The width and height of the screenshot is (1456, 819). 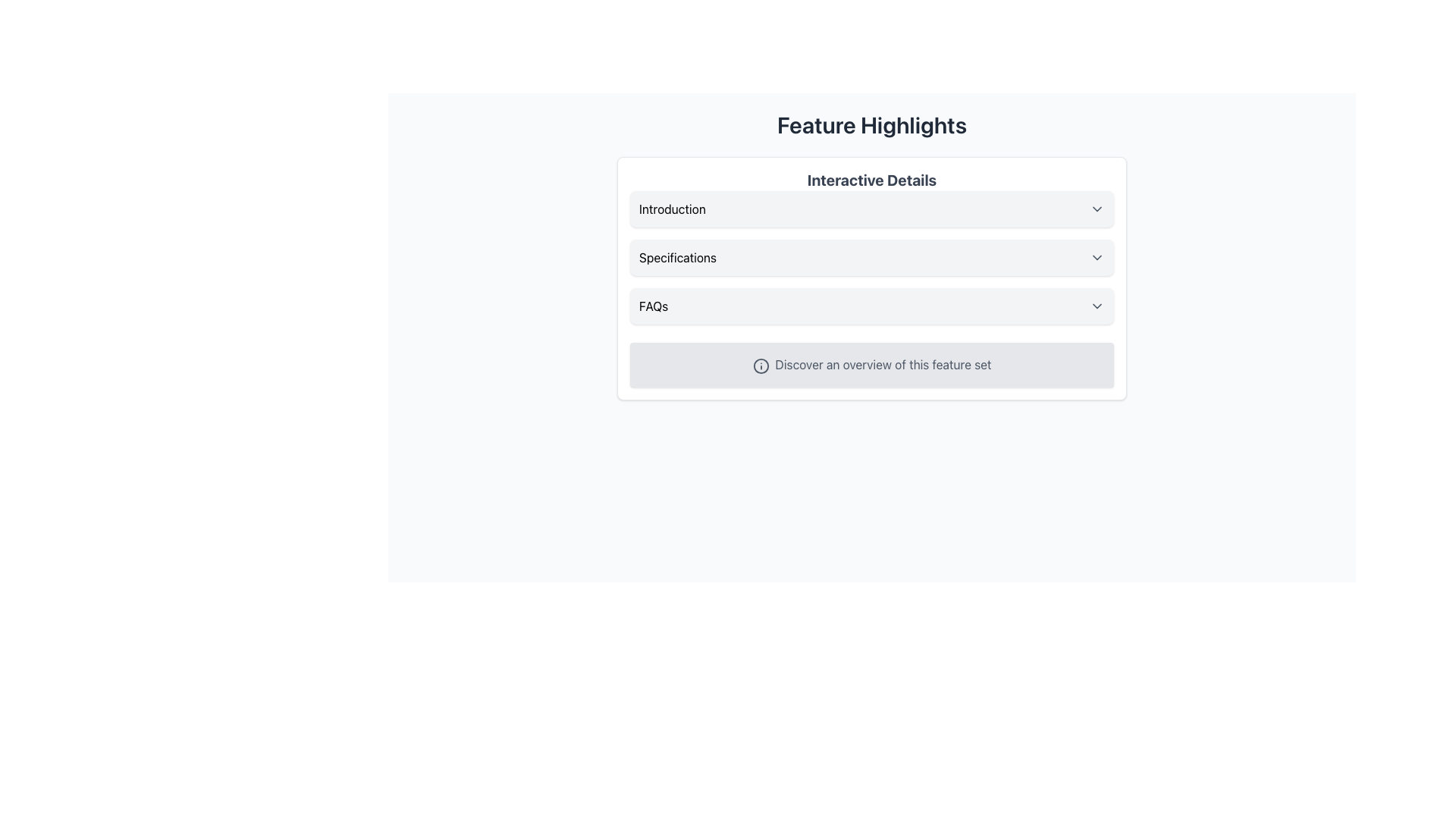 I want to click on the circular icon element with a dark outer border located to the left of the button labeled 'Discover an overview of this feature set', so click(x=761, y=366).